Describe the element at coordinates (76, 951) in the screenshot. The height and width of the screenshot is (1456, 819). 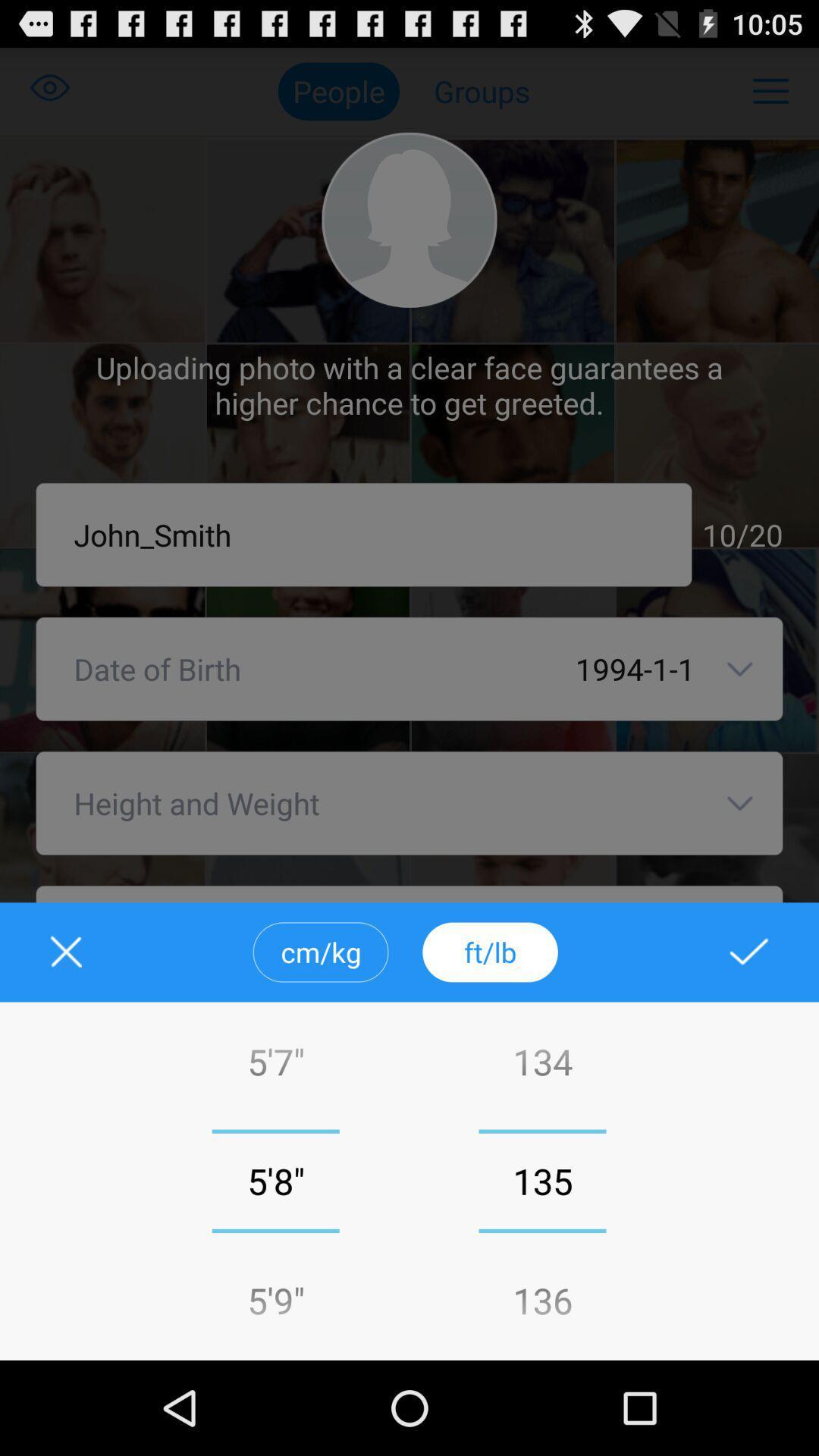
I see `height and weight` at that location.